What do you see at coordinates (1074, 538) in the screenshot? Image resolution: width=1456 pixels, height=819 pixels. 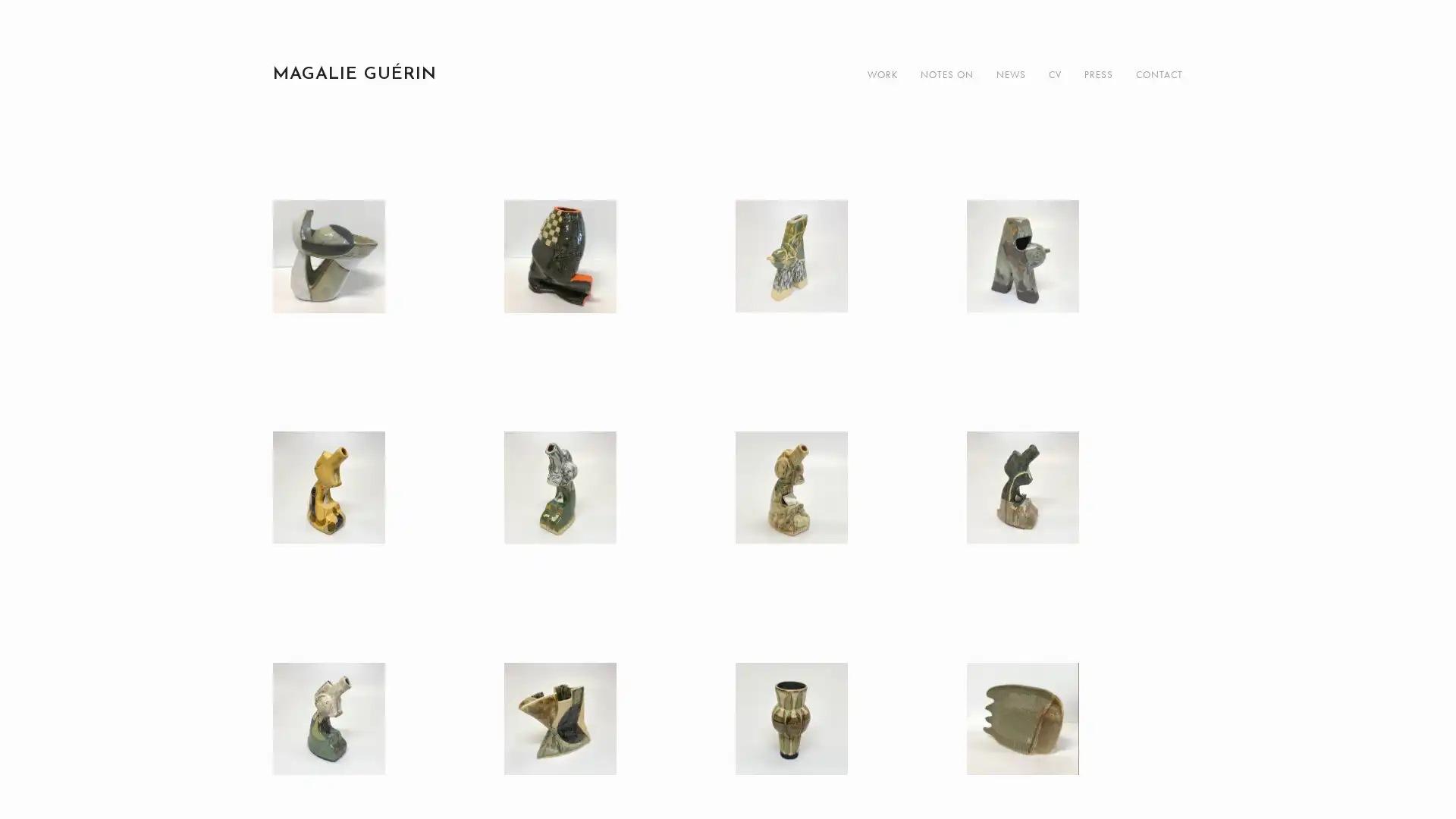 I see `View fullsize IMG_7721.jpg` at bounding box center [1074, 538].